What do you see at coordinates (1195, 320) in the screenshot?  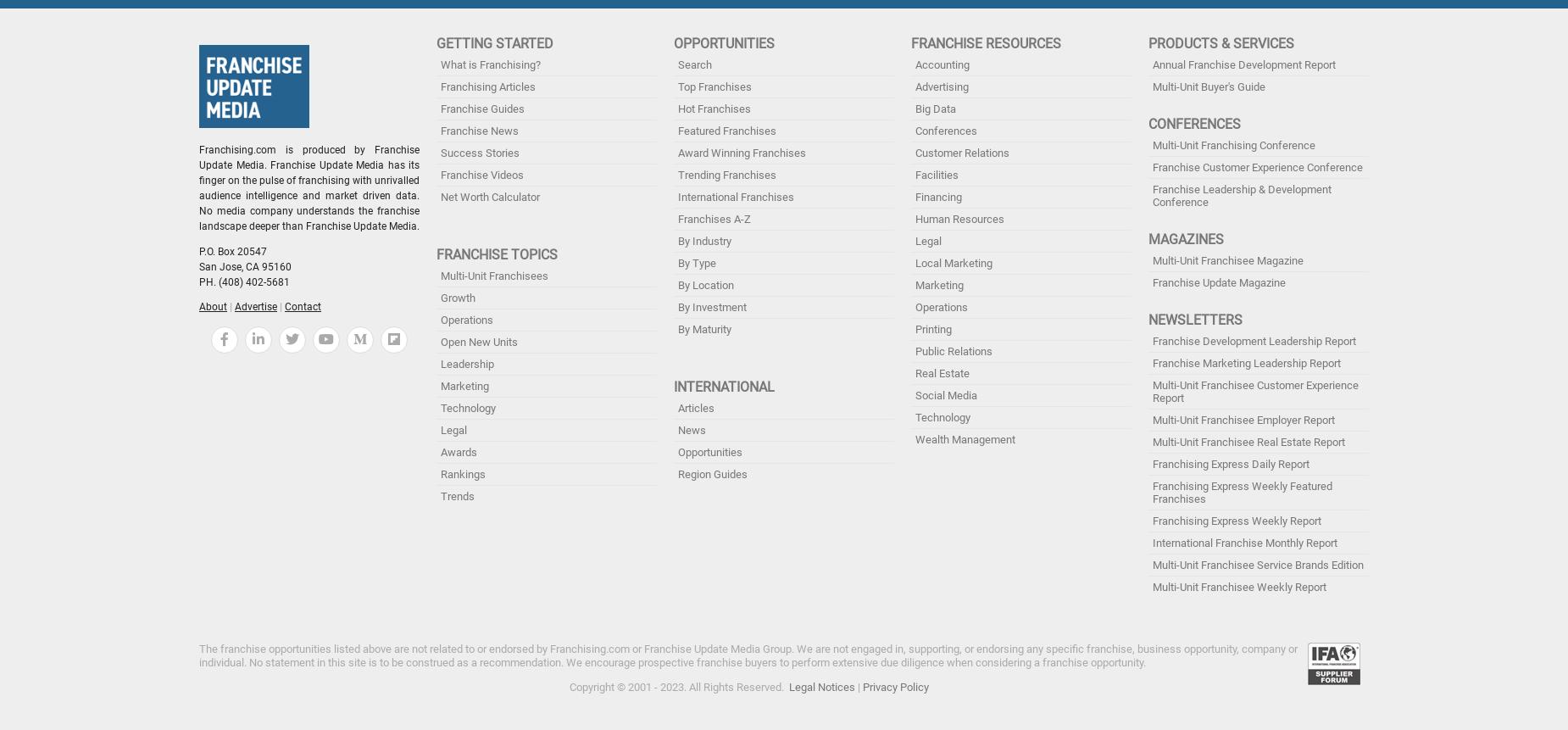 I see `'NEWSLETTERS'` at bounding box center [1195, 320].